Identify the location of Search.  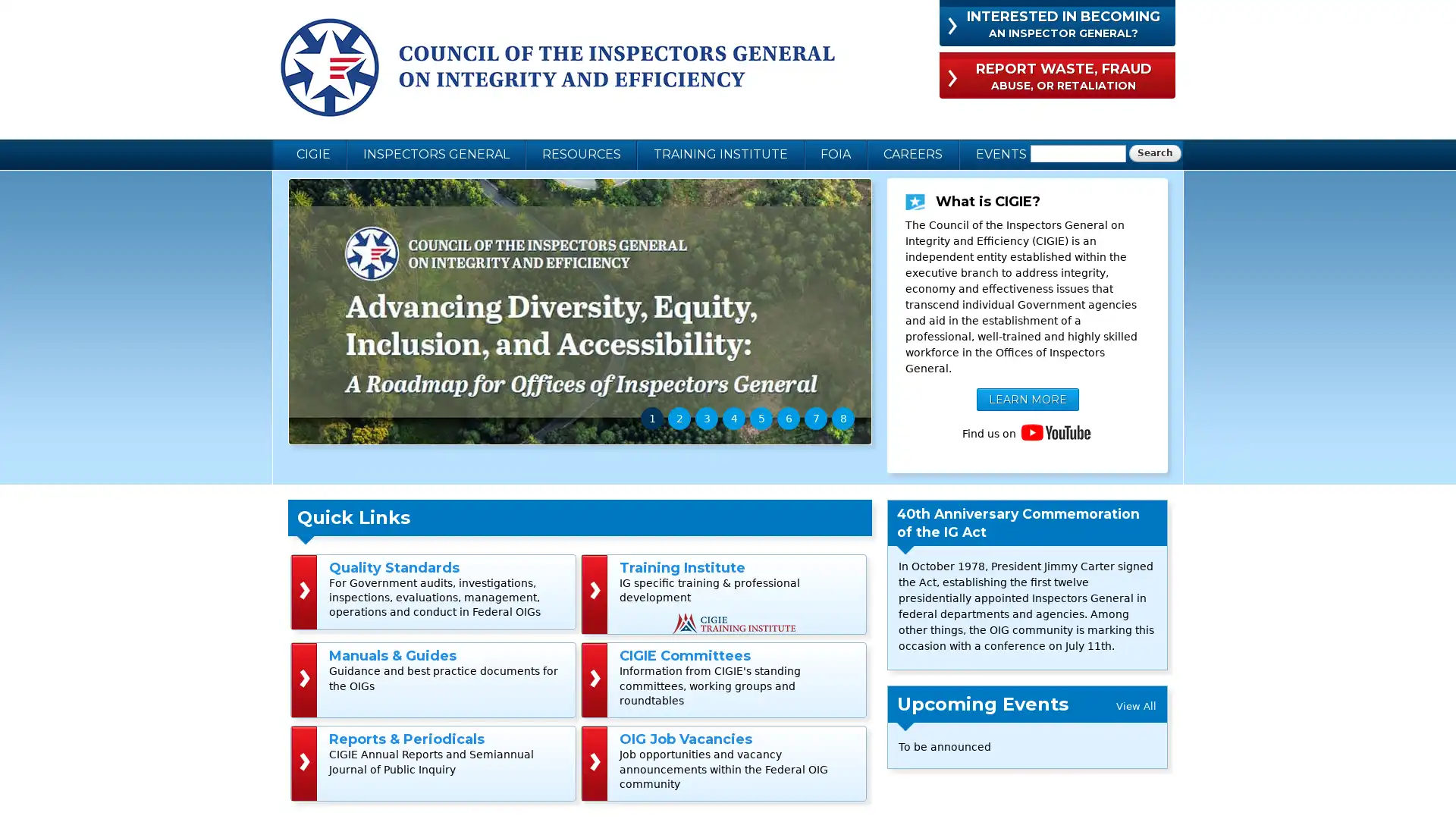
(1154, 153).